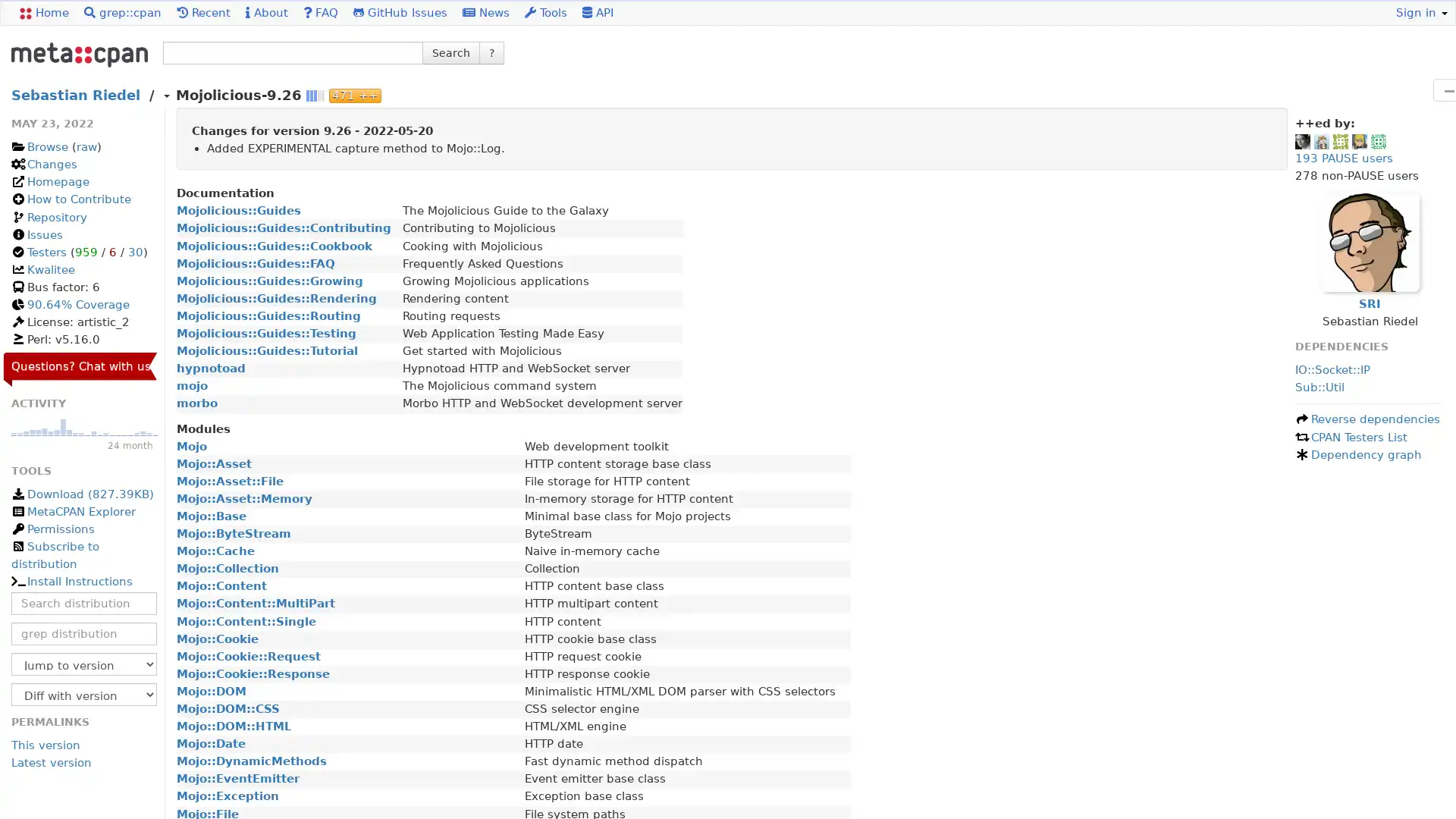 The width and height of the screenshot is (1456, 819). Describe the element at coordinates (491, 52) in the screenshot. I see `?` at that location.